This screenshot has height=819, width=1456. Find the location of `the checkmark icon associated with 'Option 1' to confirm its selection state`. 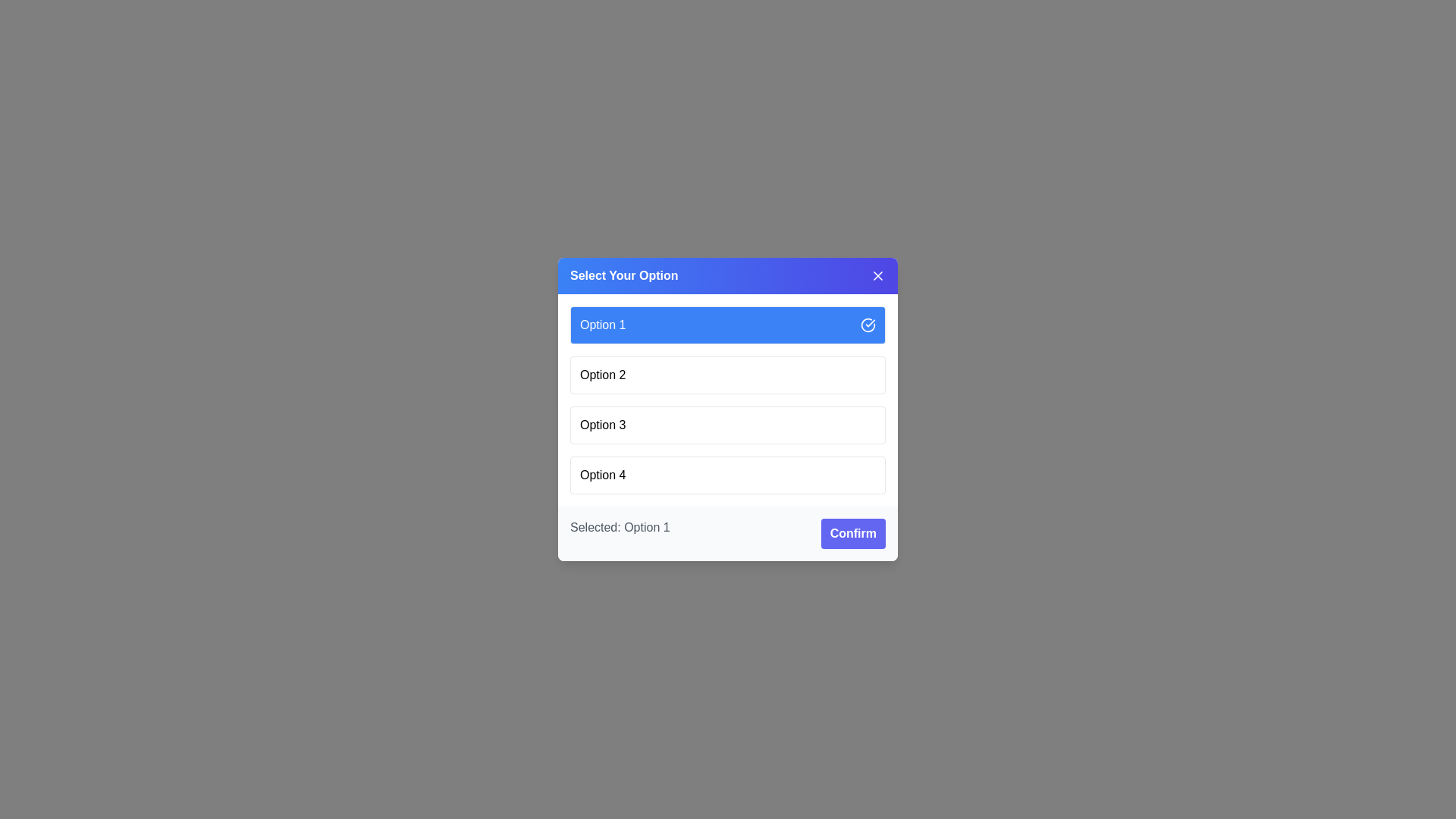

the checkmark icon associated with 'Option 1' to confirm its selection state is located at coordinates (868, 324).